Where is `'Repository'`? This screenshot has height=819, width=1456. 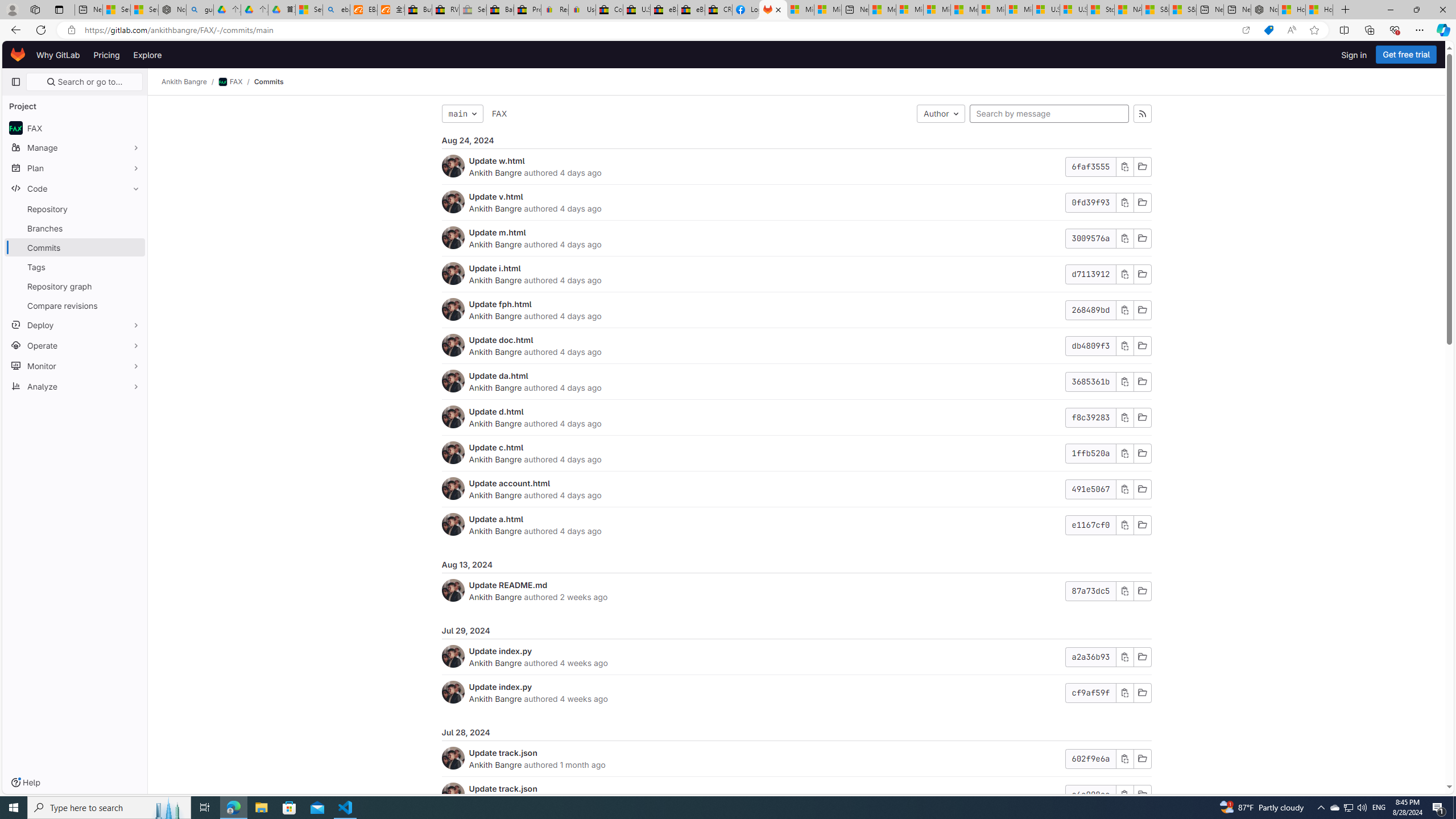
'Repository' is located at coordinates (74, 209).